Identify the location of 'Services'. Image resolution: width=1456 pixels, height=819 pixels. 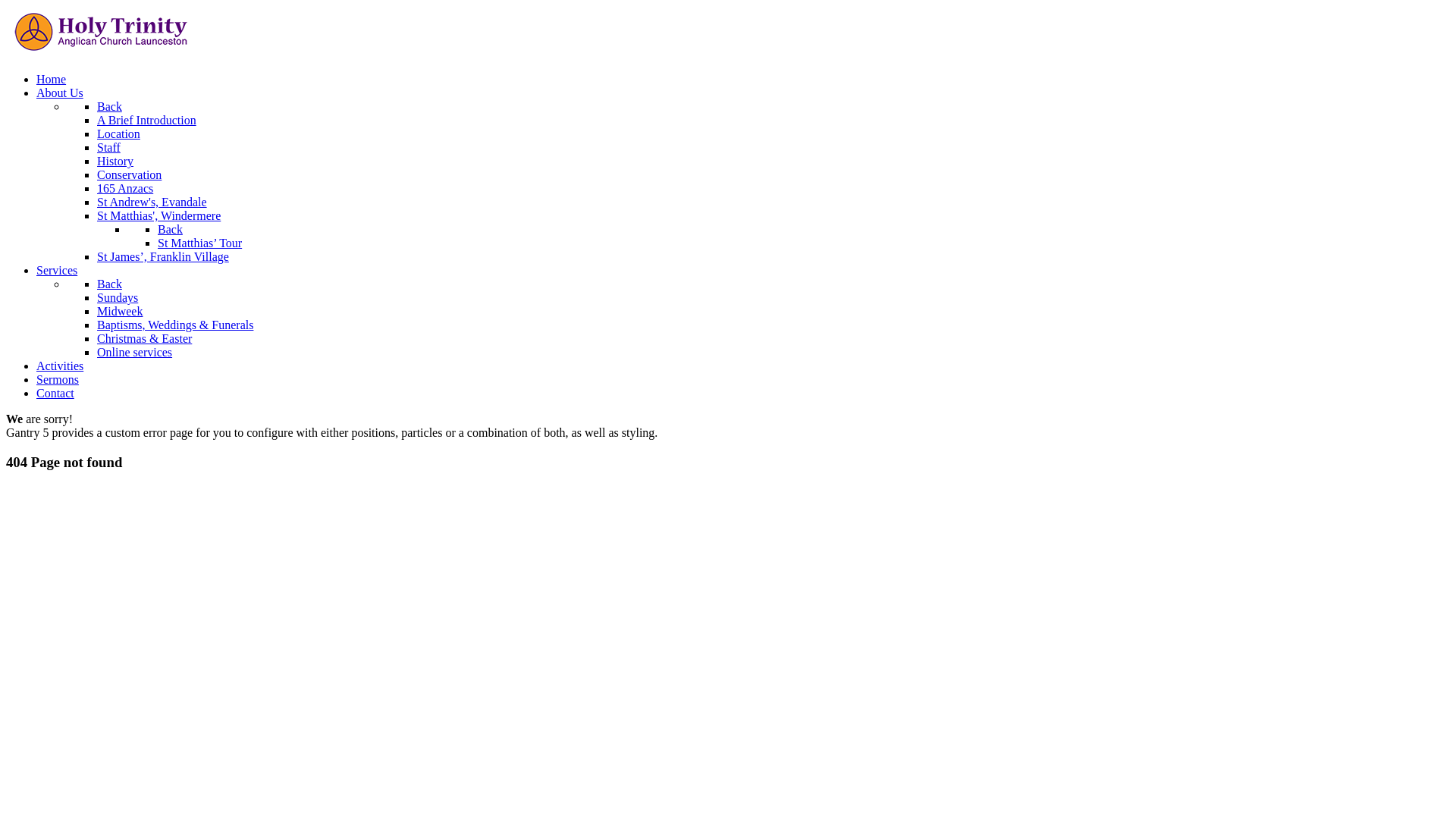
(57, 269).